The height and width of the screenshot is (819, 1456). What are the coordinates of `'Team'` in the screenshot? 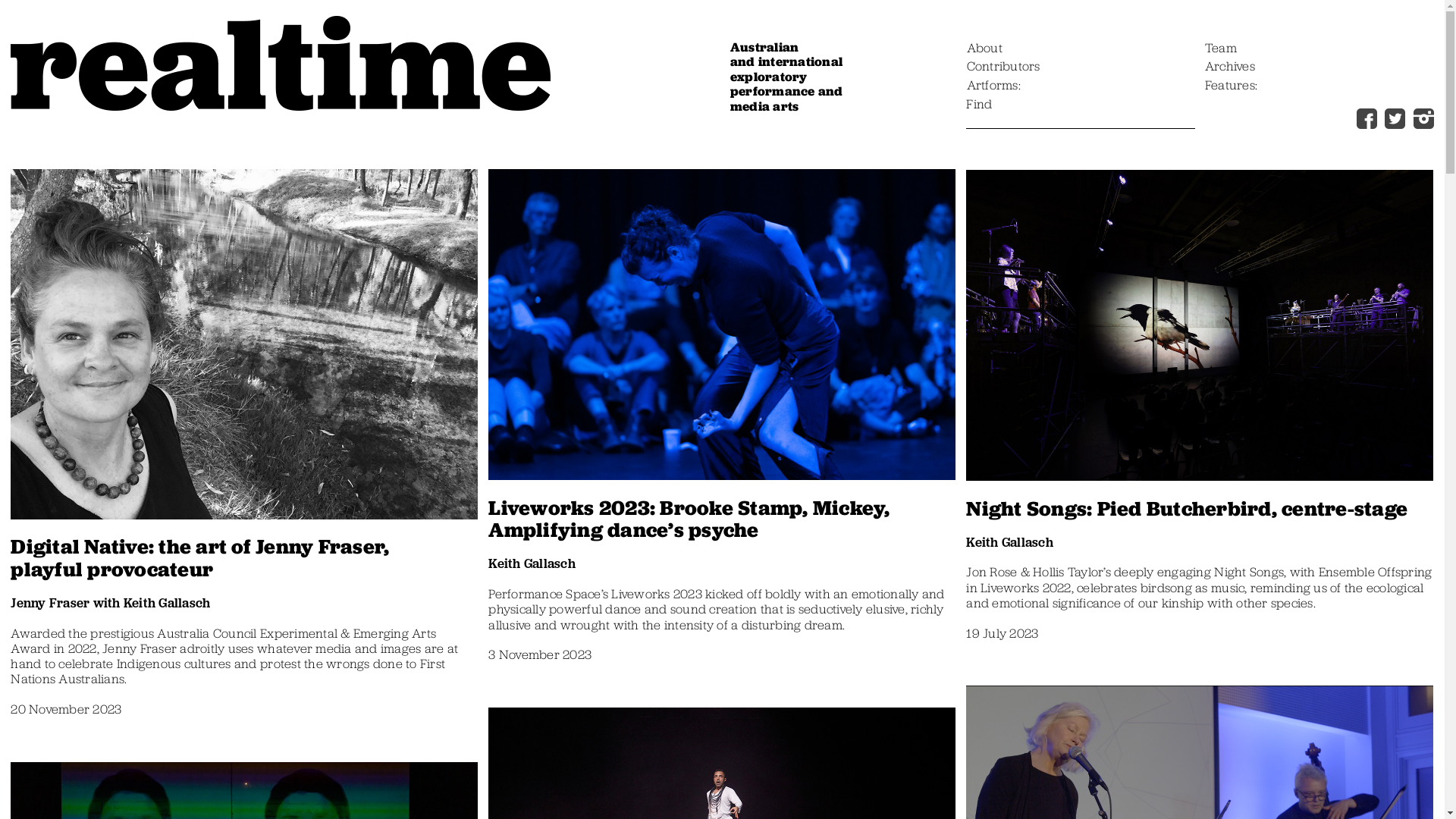 It's located at (1220, 49).